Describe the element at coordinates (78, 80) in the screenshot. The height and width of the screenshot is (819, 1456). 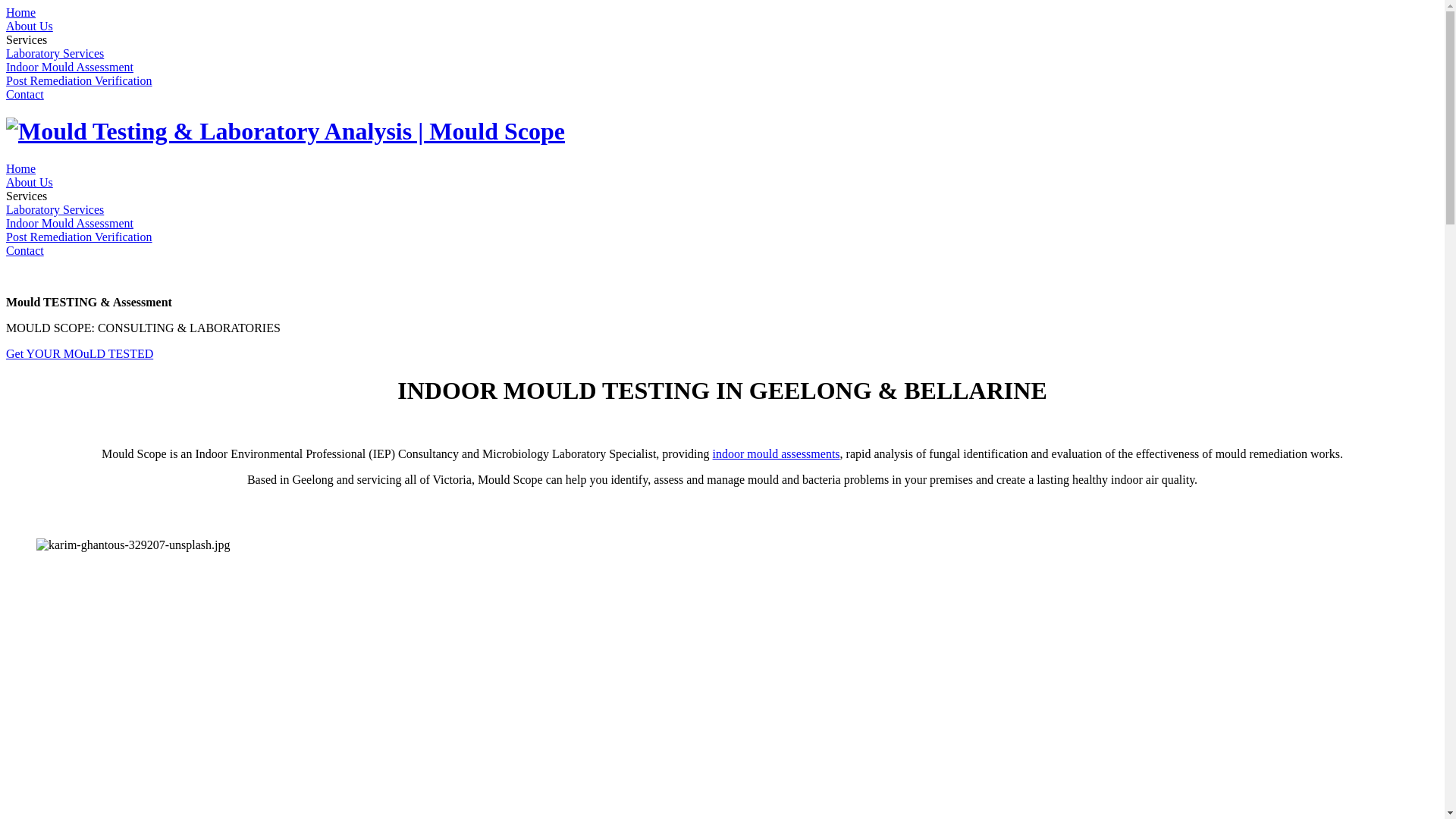
I see `'Post Remediation Verification'` at that location.